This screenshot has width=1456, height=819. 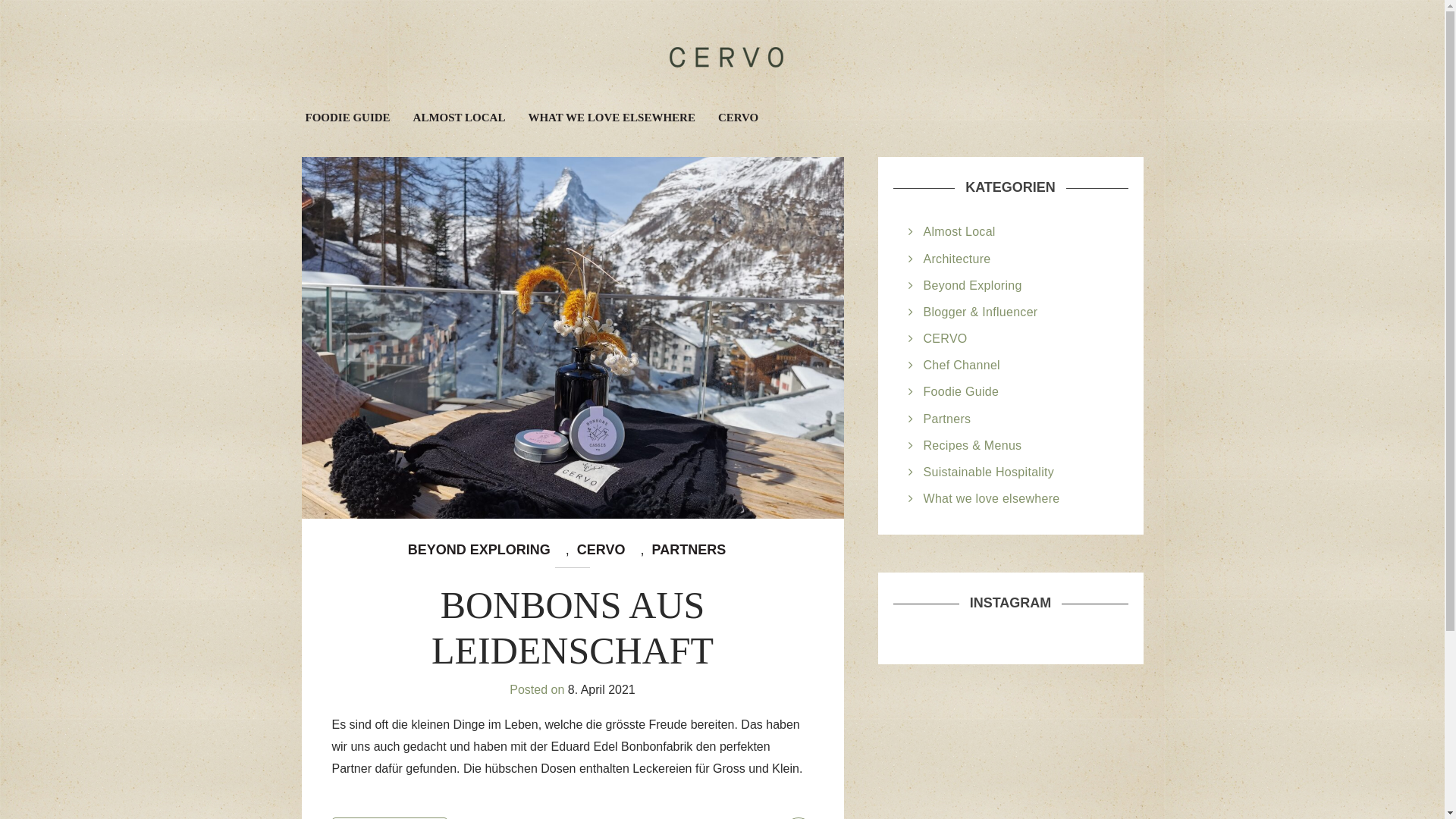 What do you see at coordinates (479, 550) in the screenshot?
I see `'BEYOND EXPLORING'` at bounding box center [479, 550].